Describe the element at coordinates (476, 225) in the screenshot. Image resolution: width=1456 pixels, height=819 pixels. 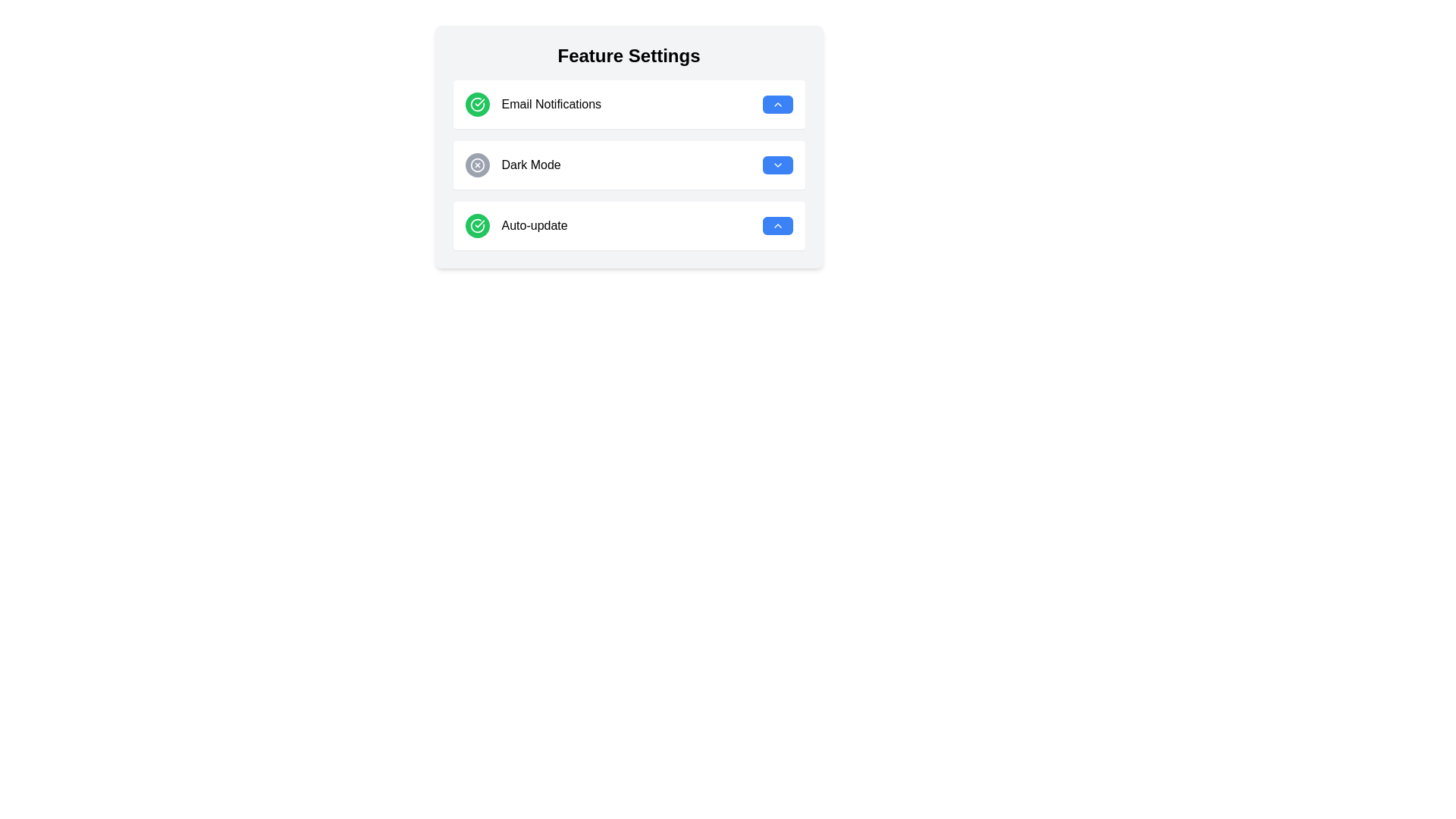
I see `the curved segment of the circular checkmark within the SVG icon next to the 'Auto-update' text` at that location.